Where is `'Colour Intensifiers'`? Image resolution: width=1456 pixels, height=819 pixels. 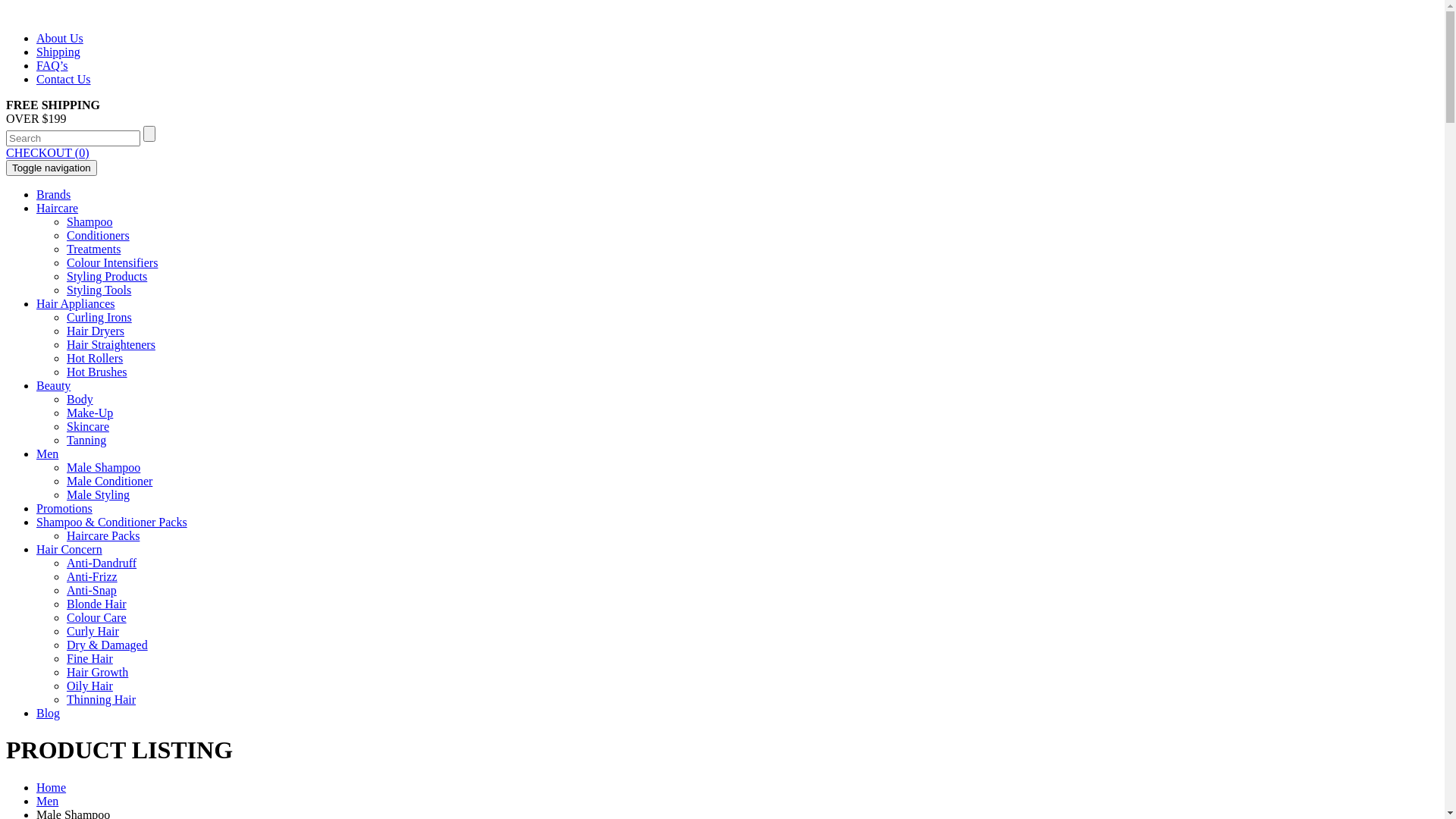
'Colour Intensifiers' is located at coordinates (111, 262).